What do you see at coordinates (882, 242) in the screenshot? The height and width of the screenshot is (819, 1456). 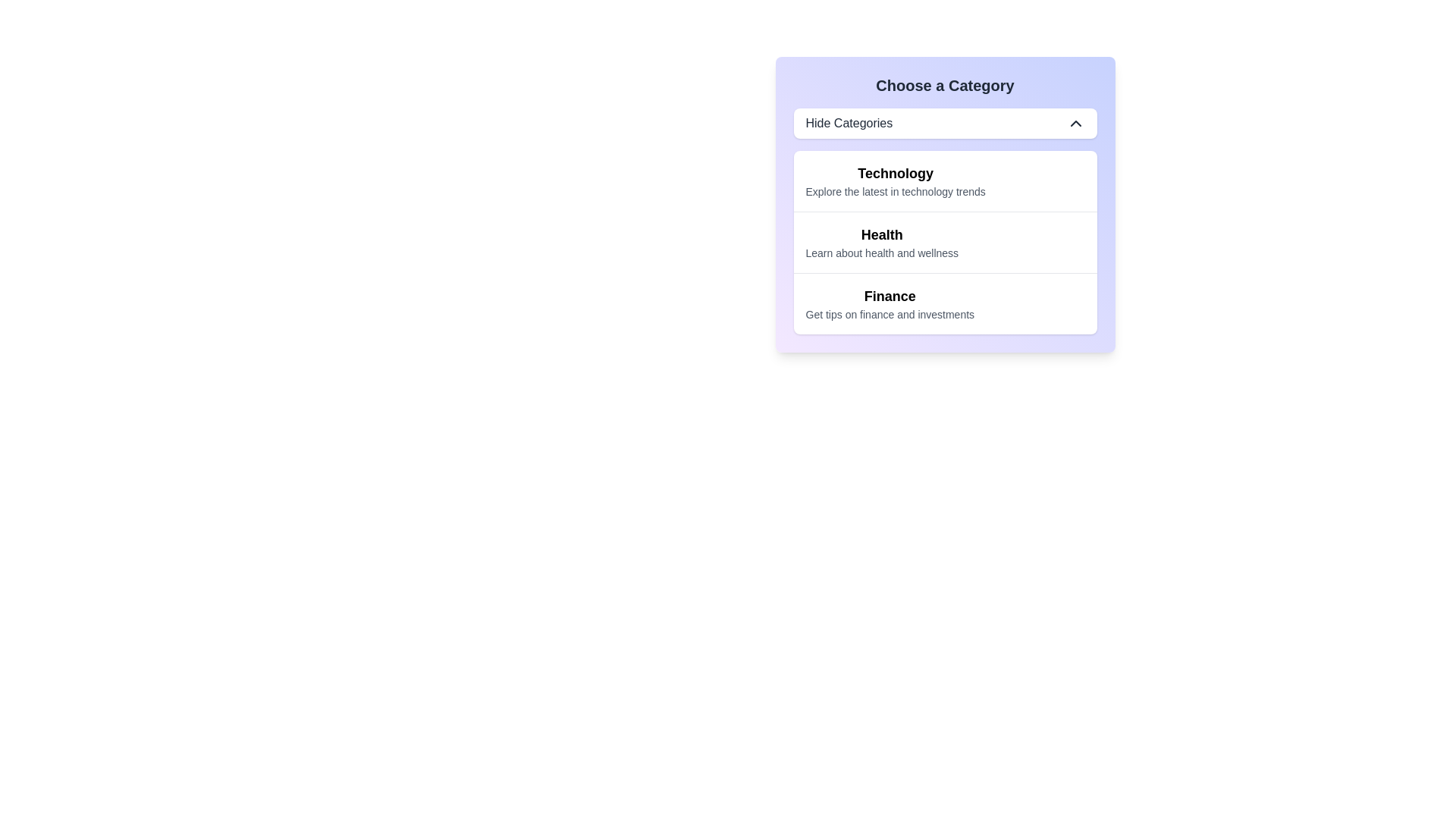 I see `the 'Health' category list item, which features a bold title 'Health' and a smaller description 'Learn about health and wellness', positioned centrally in the list below 'Technology' and above 'Finance'` at bounding box center [882, 242].